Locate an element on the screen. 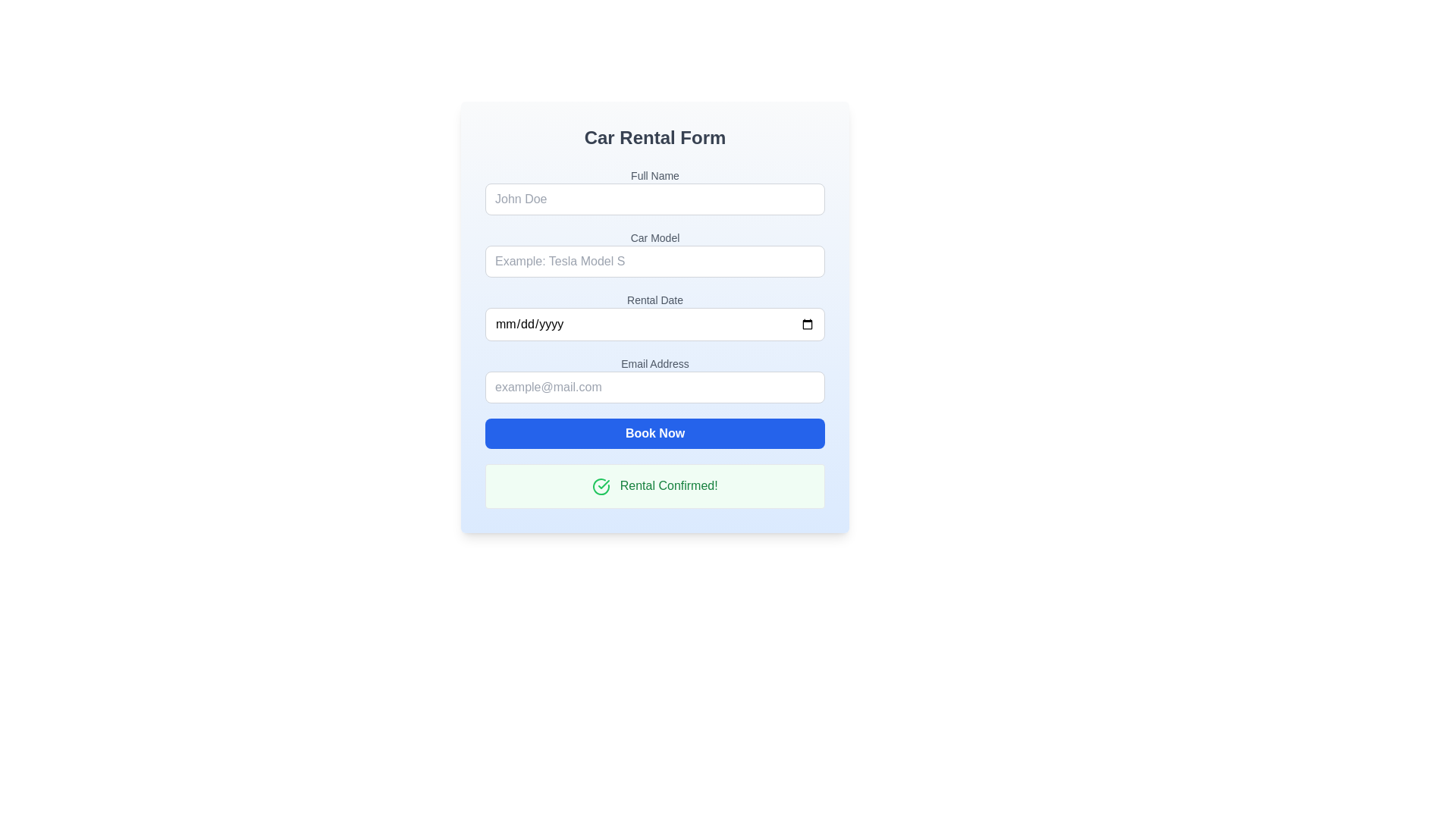 The image size is (1456, 819). the text label displaying 'Rental Date', which is styled in a small grayish font and located above the 'mm/dd/yyyy' input field, directly below the 'Car Model' input field is located at coordinates (655, 300).